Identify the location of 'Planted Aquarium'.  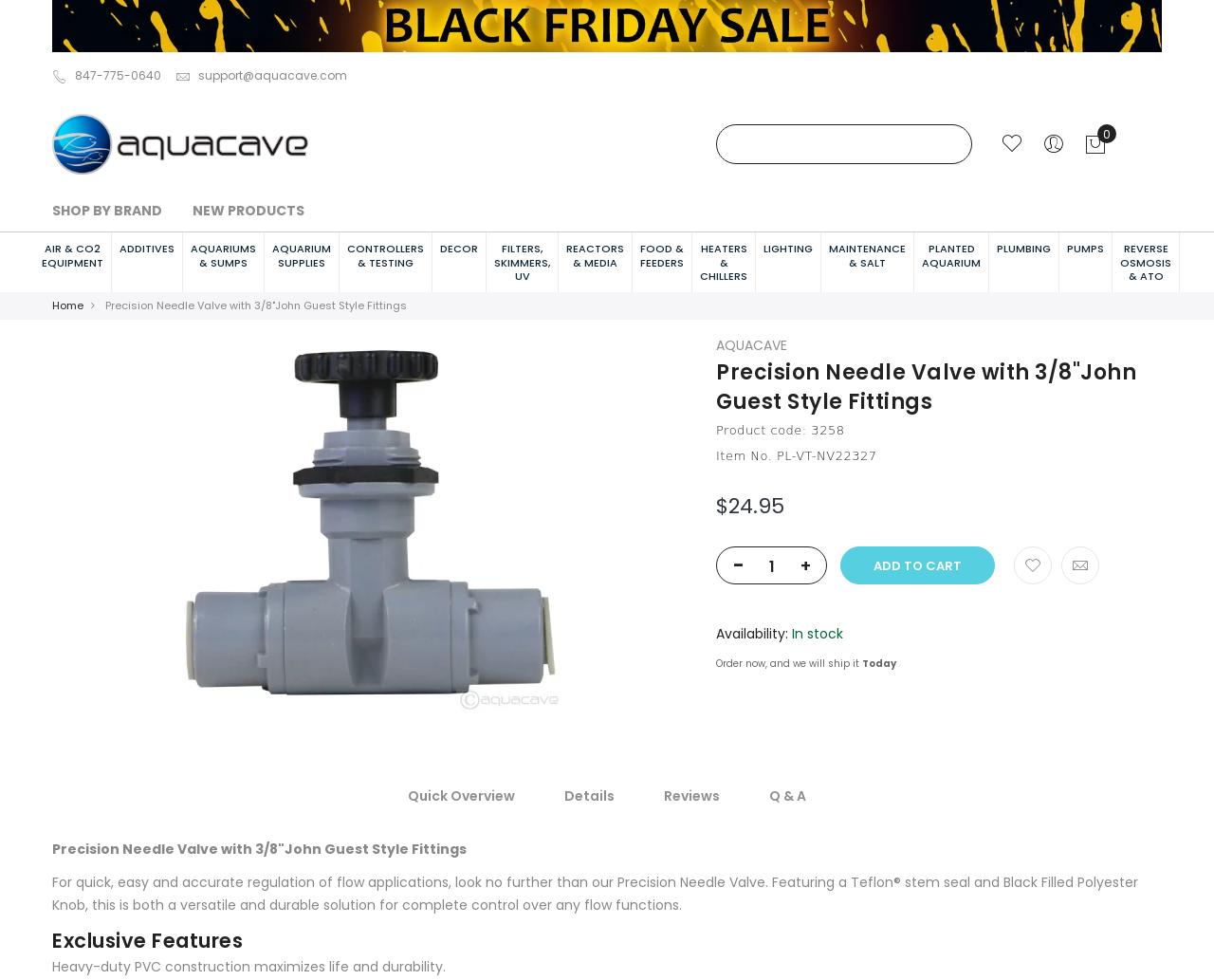
(951, 253).